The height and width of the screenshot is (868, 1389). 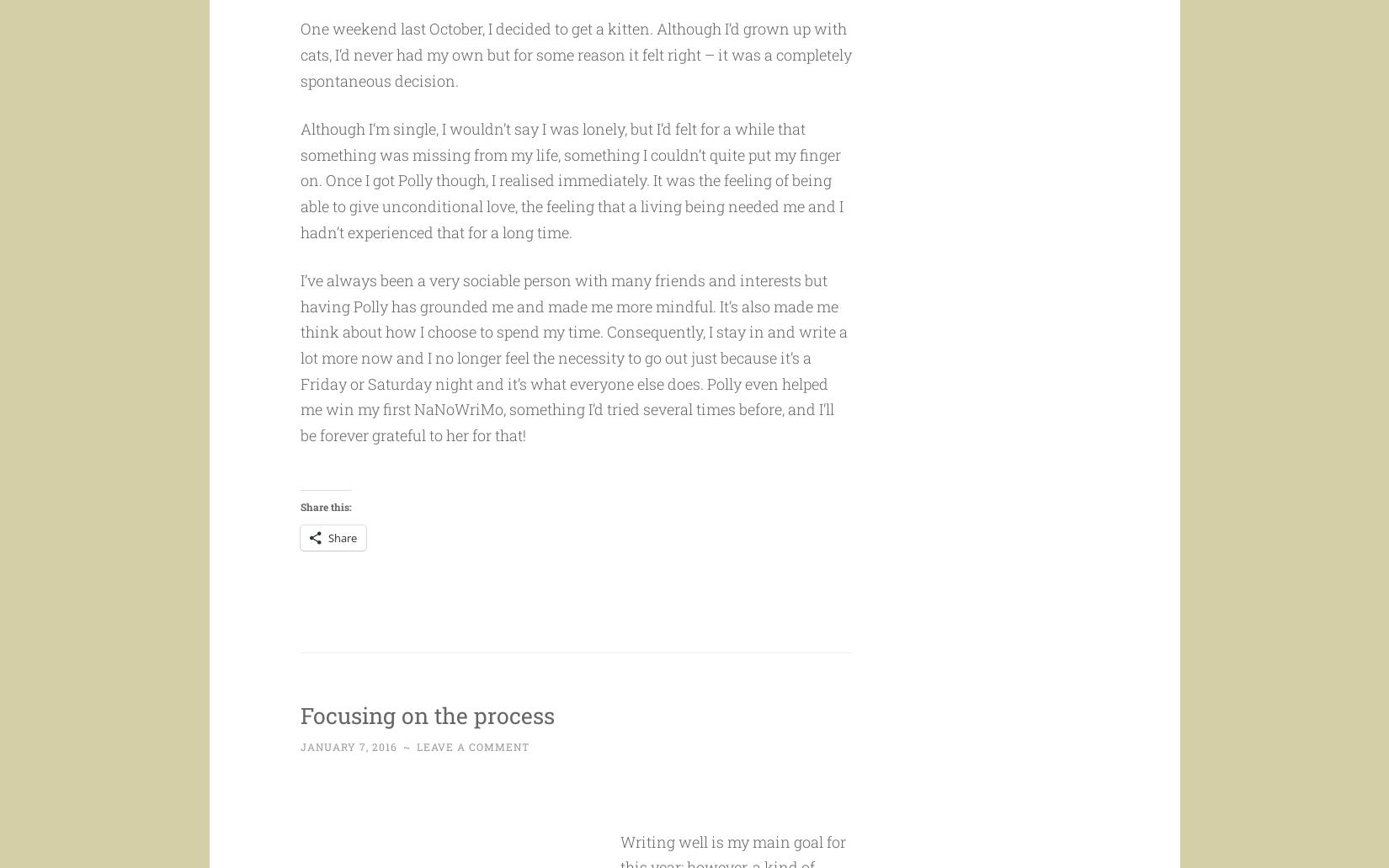 I want to click on 'Share this:', so click(x=325, y=539).